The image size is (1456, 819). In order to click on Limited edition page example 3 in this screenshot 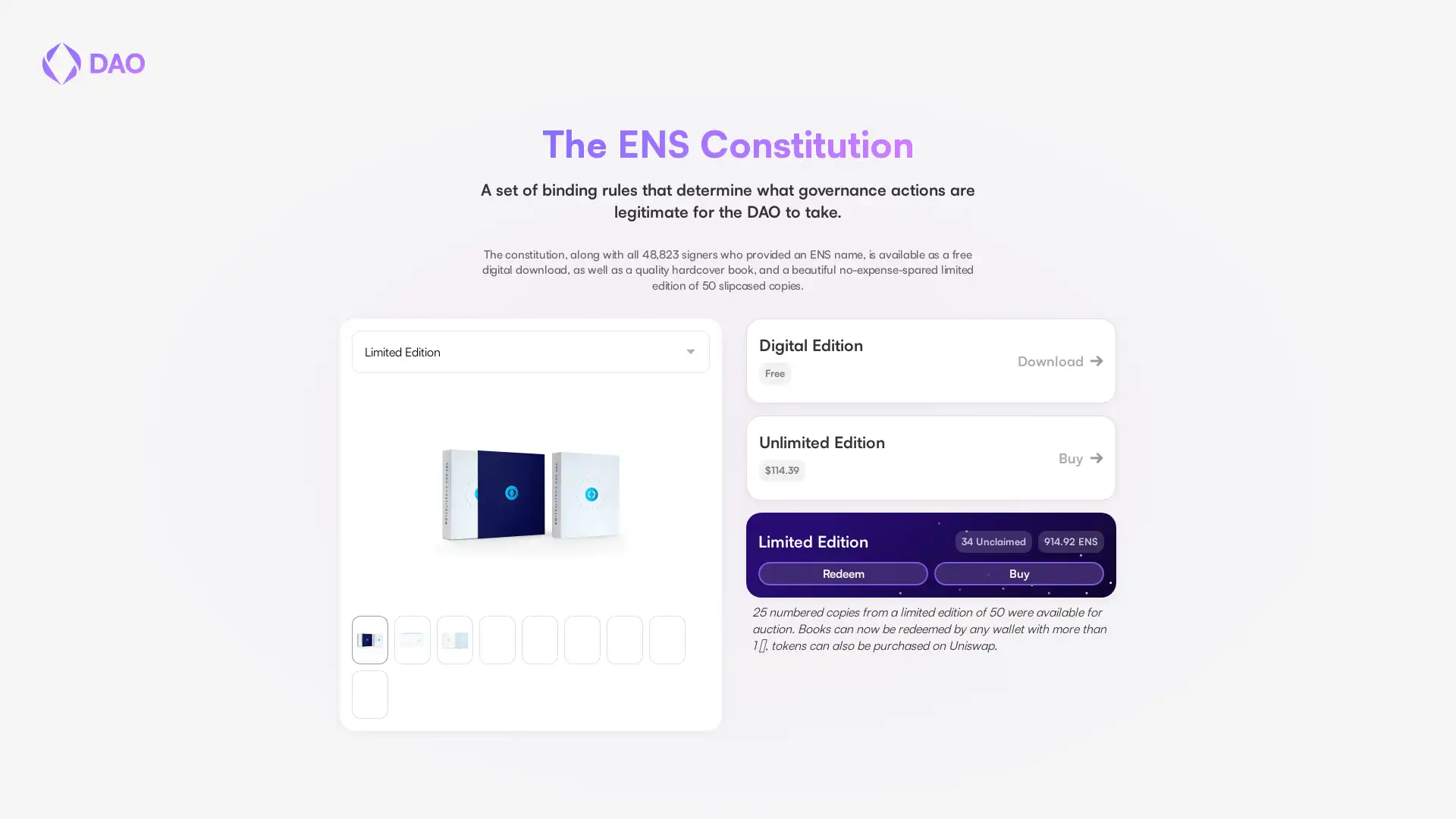, I will do `click(539, 639)`.